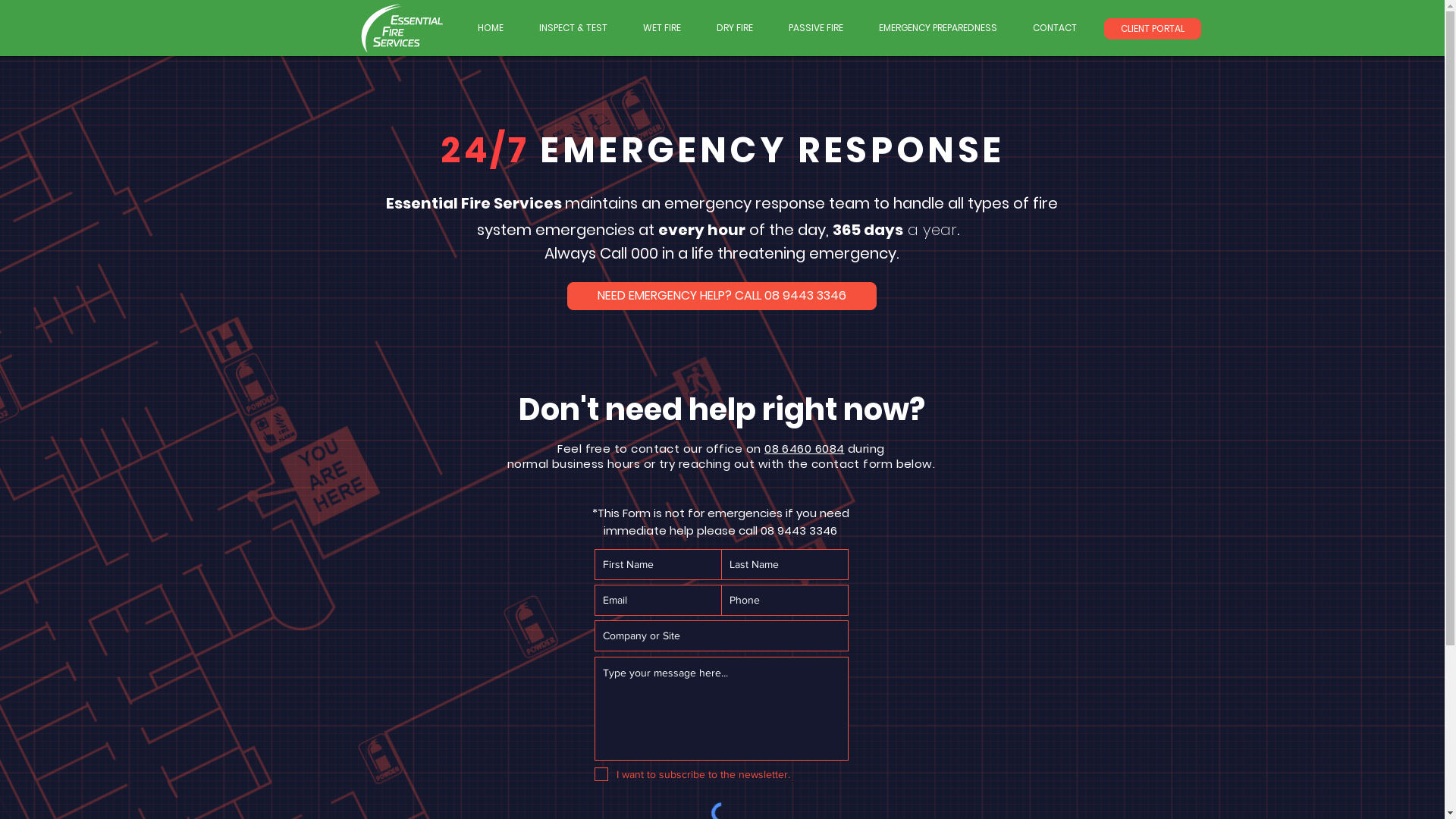 The height and width of the screenshot is (819, 1456). Describe the element at coordinates (937, 27) in the screenshot. I see `'EMERGENCY PREPAREDNESS'` at that location.